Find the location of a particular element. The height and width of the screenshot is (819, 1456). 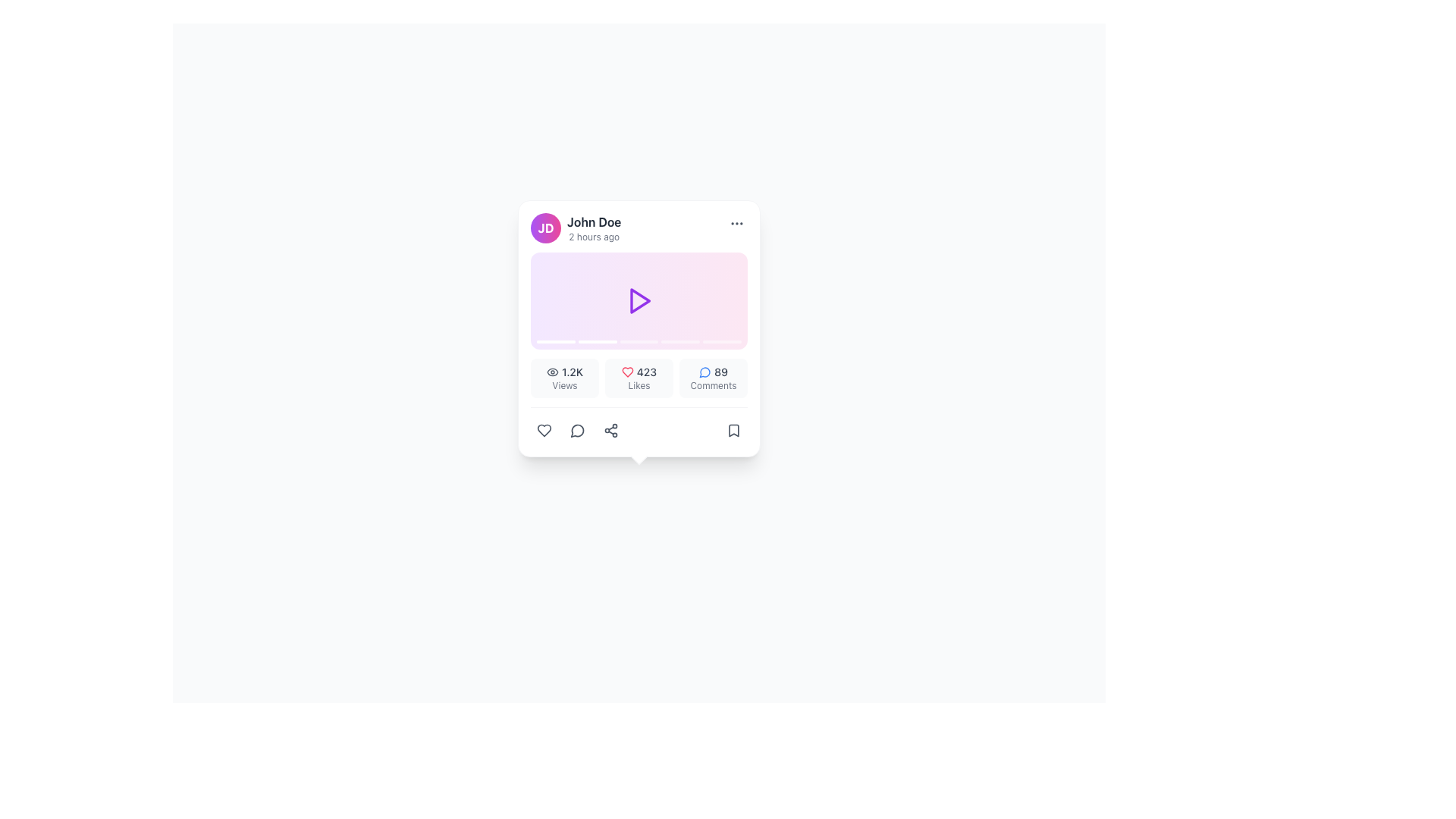

the share icon button, which is depicted as three connected dots forming a triangular shape, located in the bottom action bar of the card interface is located at coordinates (611, 430).